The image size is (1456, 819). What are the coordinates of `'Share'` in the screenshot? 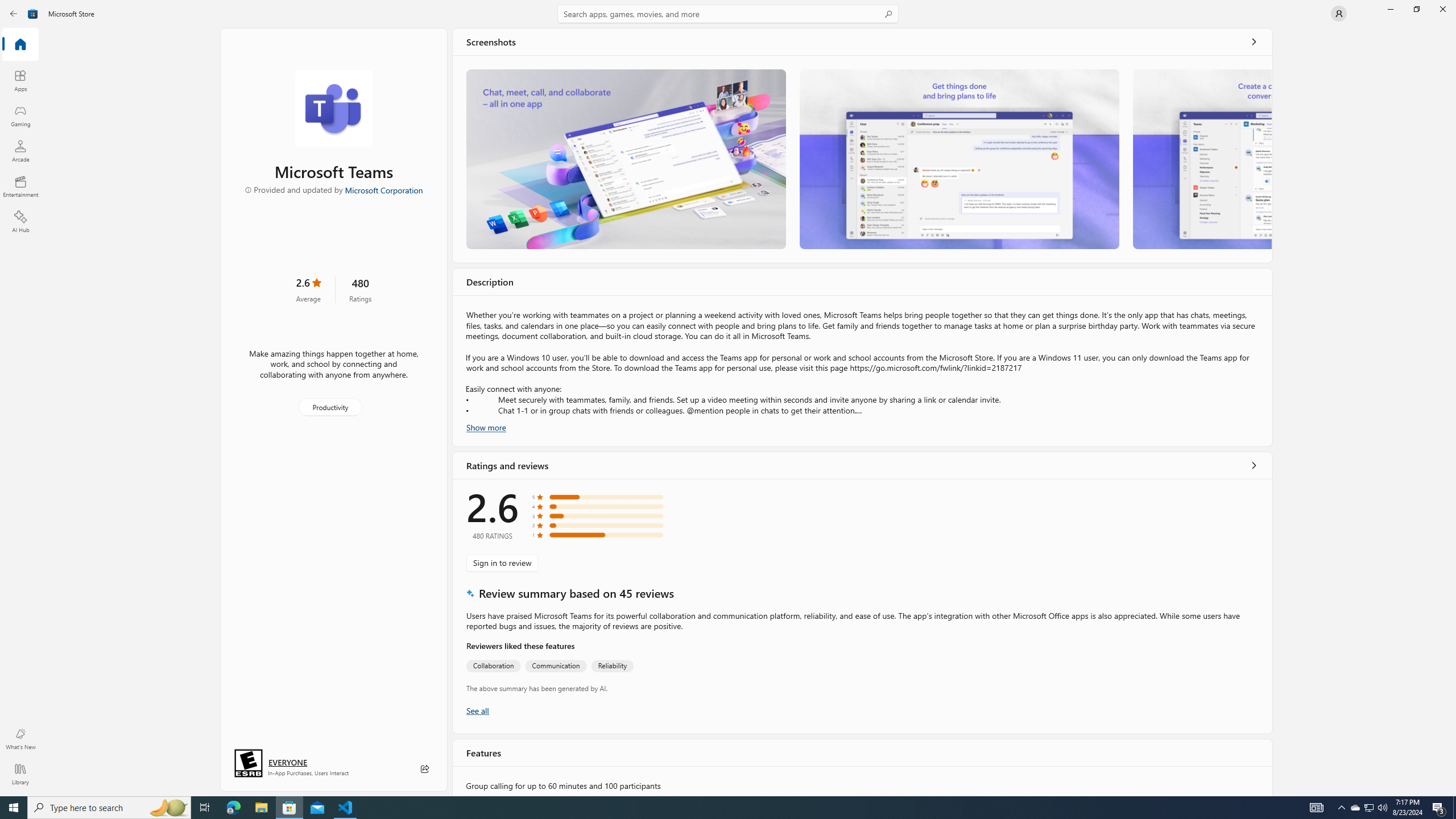 It's located at (424, 768).